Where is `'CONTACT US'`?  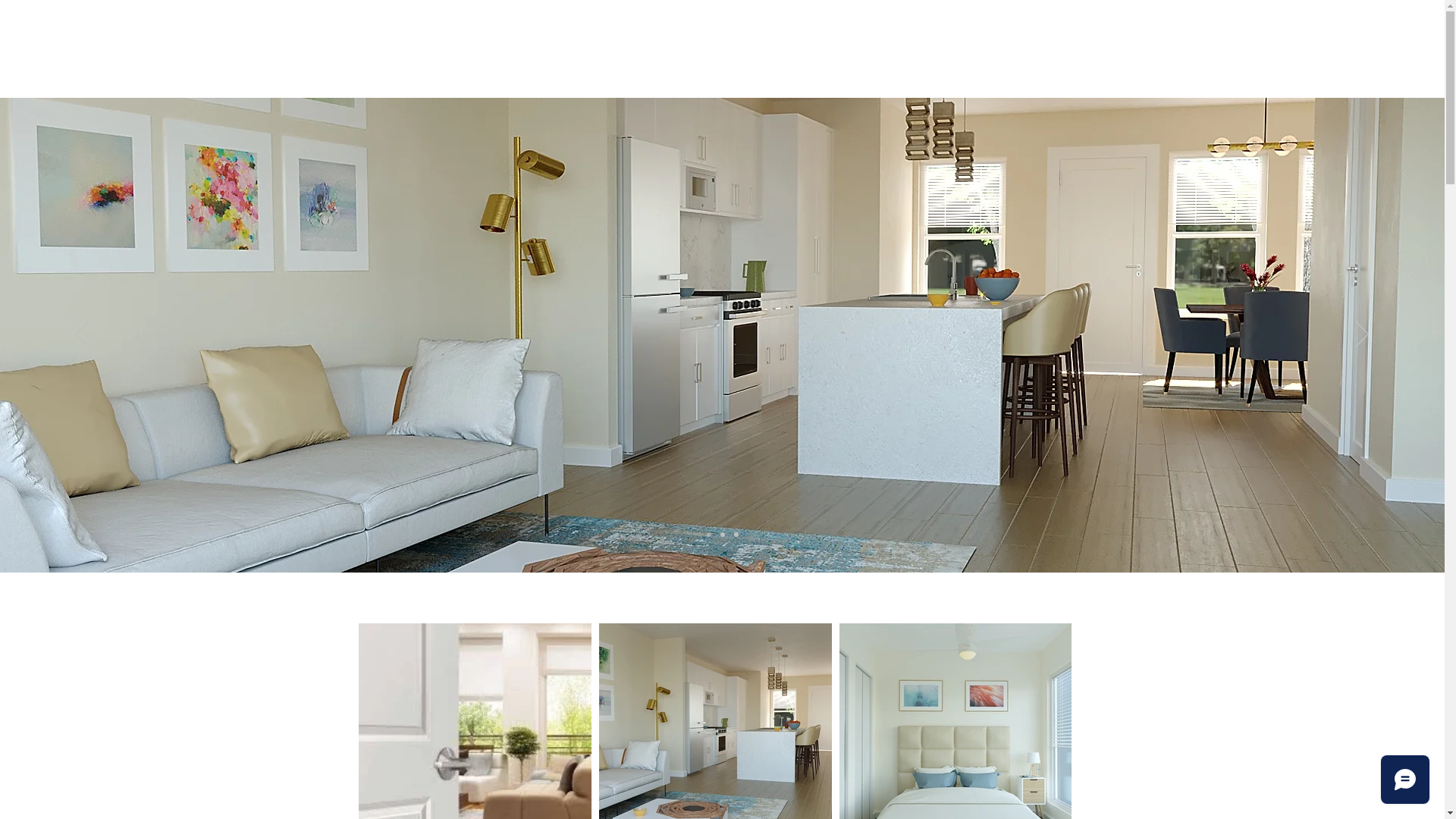 'CONTACT US' is located at coordinates (1031, 79).